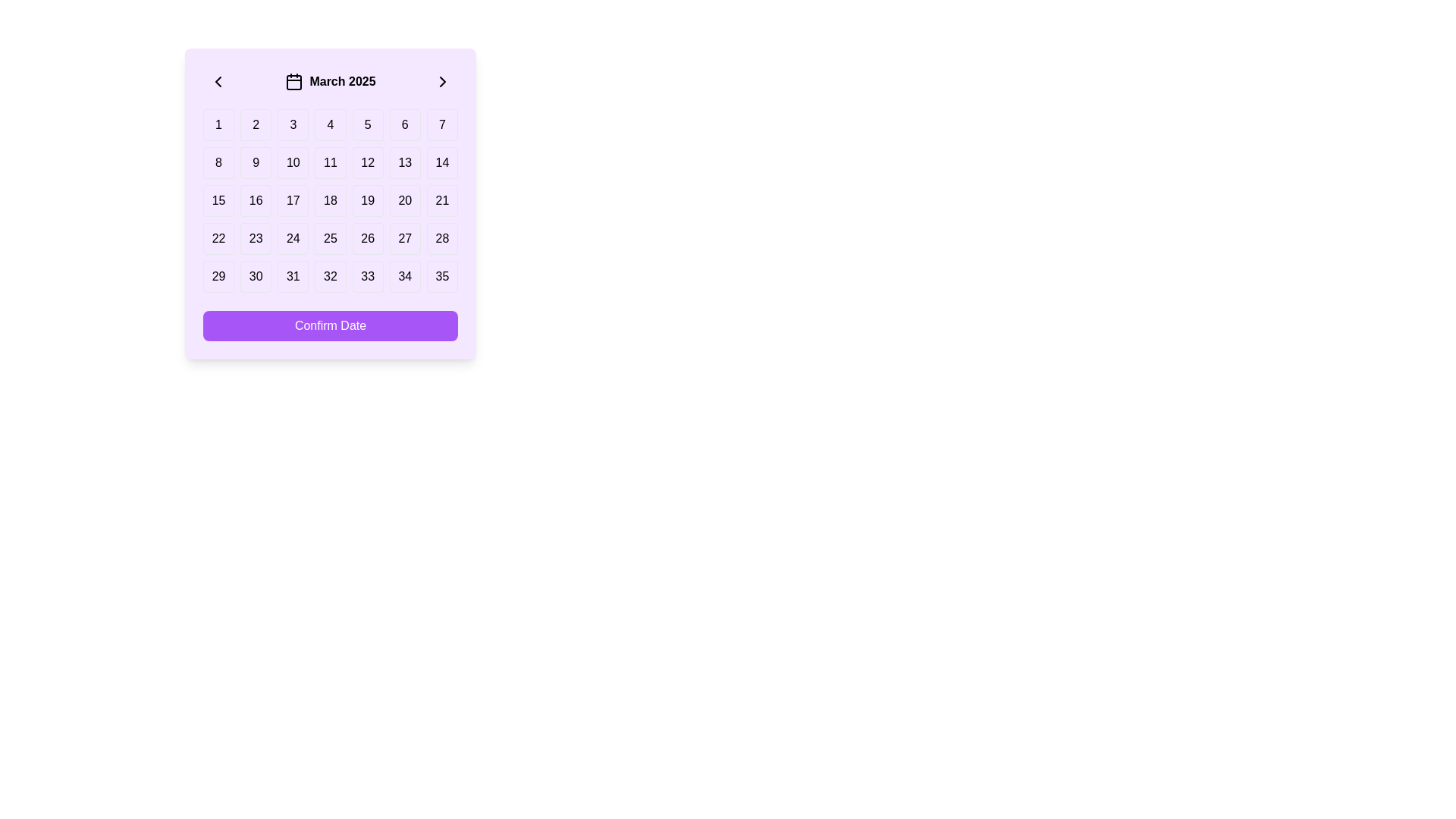 Image resolution: width=1456 pixels, height=819 pixels. Describe the element at coordinates (441, 124) in the screenshot. I see `the selectable date label representing the 7th day in the top row of the calendar interface` at that location.